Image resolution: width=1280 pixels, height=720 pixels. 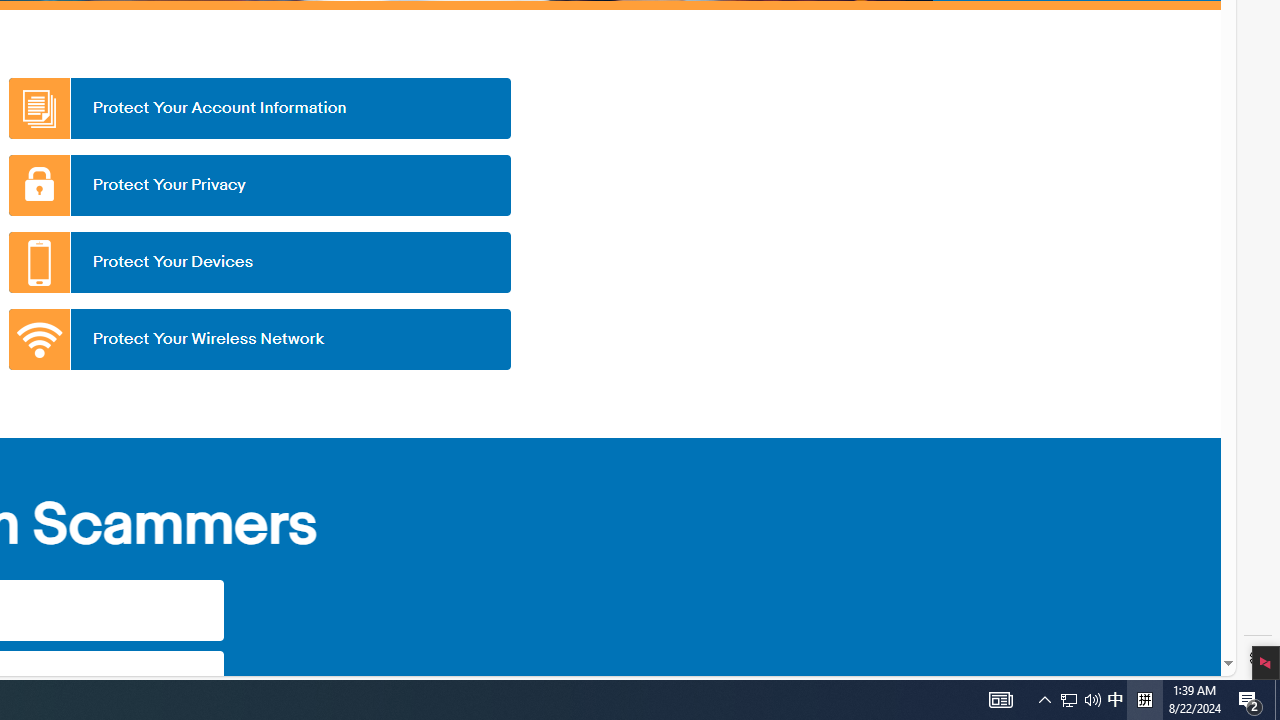 I want to click on 'Protect Your Wireless Network', so click(x=258, y=338).